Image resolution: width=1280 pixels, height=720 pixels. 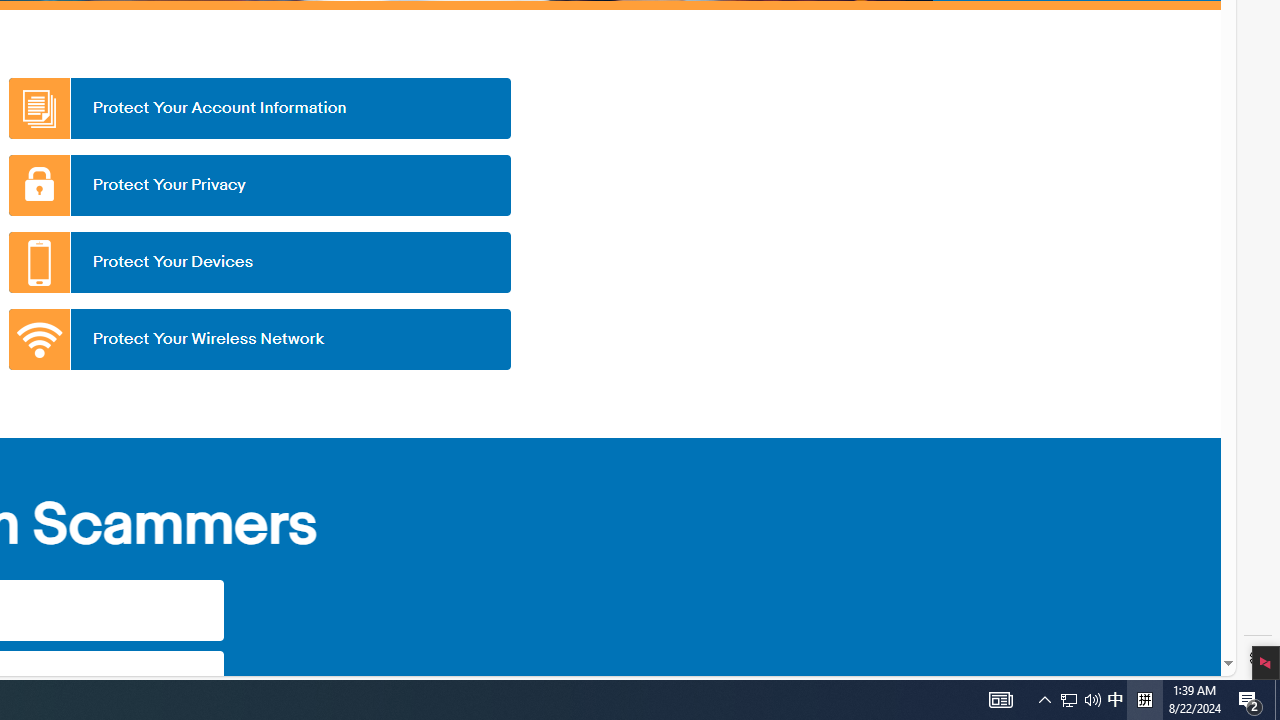 I want to click on 'Protect Your Wireless Network', so click(x=258, y=338).